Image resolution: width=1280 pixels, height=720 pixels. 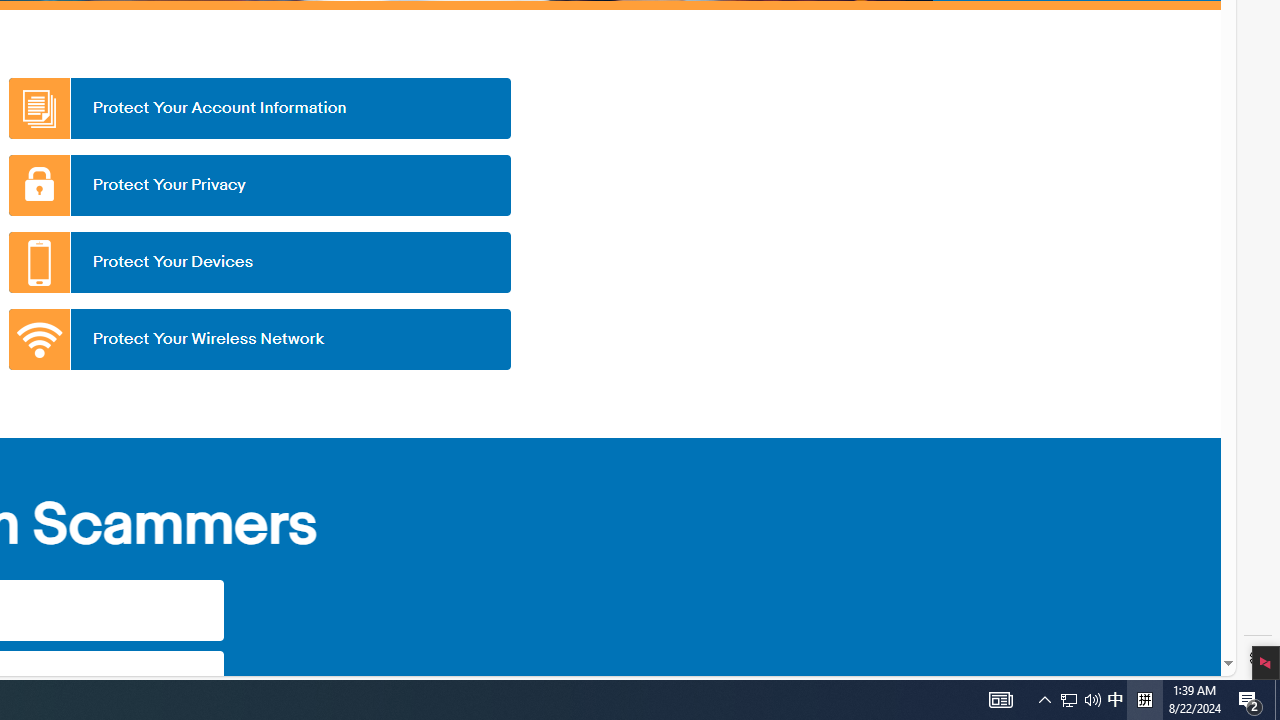 I want to click on 'Protect Your Wireless Network', so click(x=258, y=338).